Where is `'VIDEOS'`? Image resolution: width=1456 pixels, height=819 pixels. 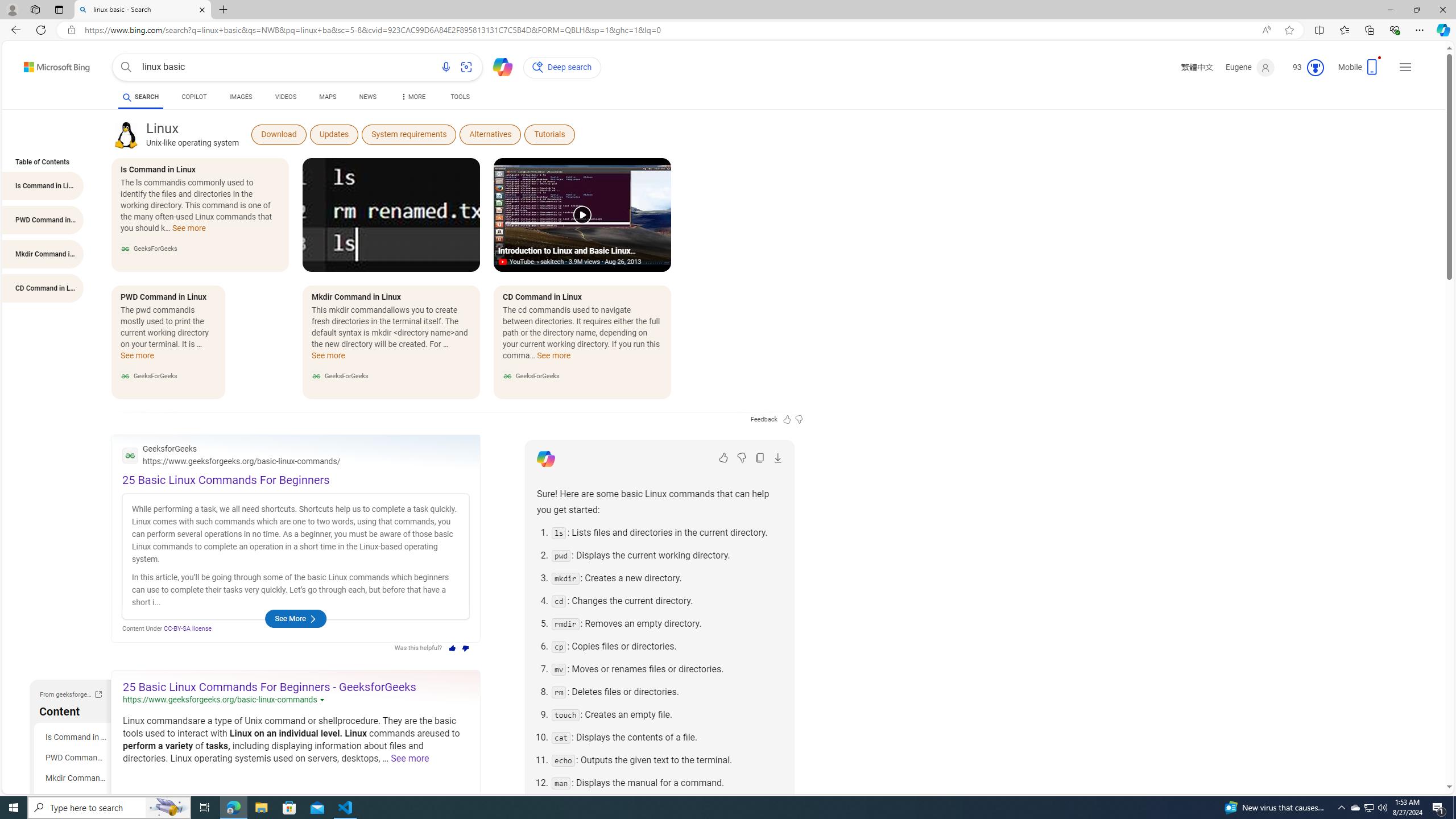 'VIDEOS' is located at coordinates (286, 98).